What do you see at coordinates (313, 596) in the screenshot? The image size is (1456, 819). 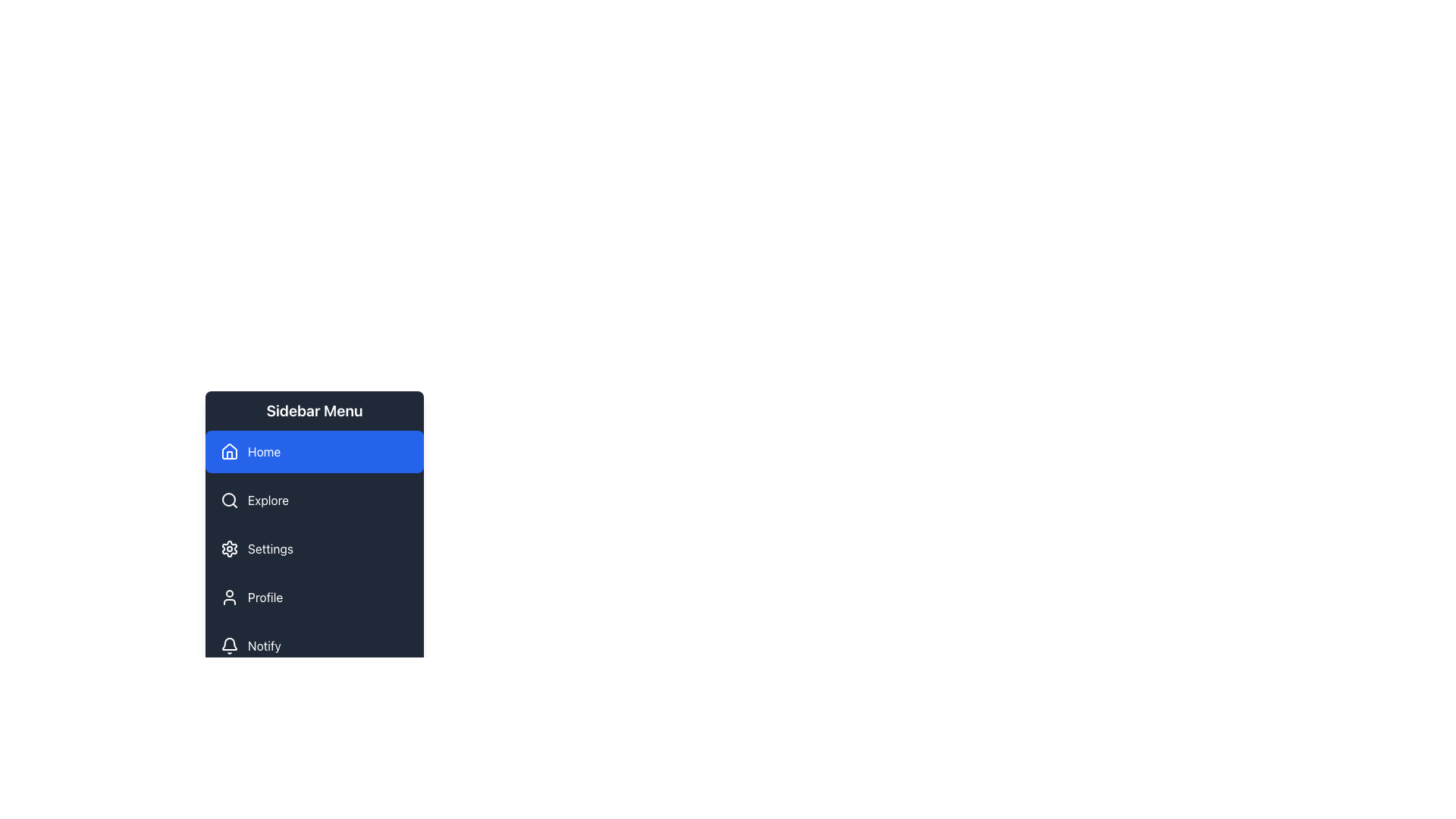 I see `the navigation menu button that leads to the user's profile or account details, located as the fourth item in the vertical sidebar menu, positioned below 'Settings' and above 'Notify'` at bounding box center [313, 596].